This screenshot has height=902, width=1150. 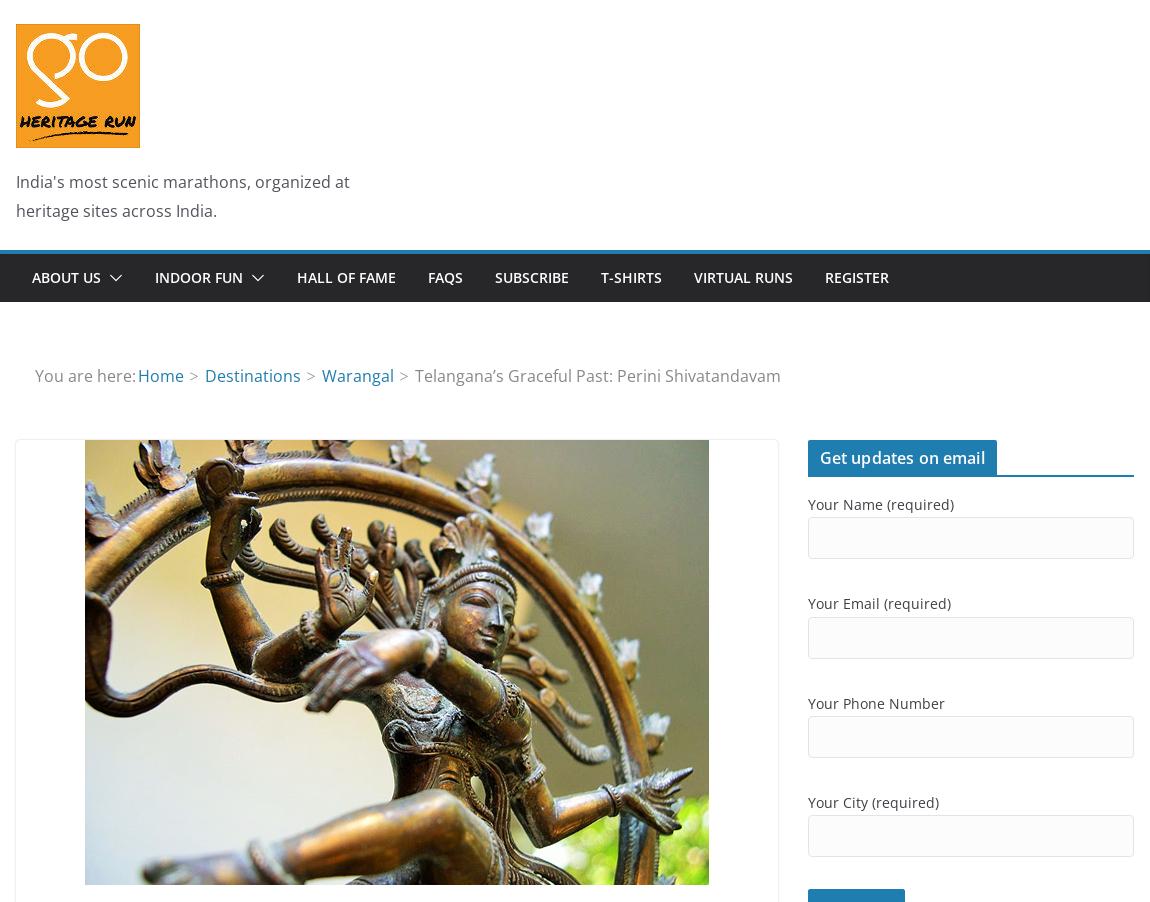 I want to click on 'Your Phone Number', so click(x=875, y=702).